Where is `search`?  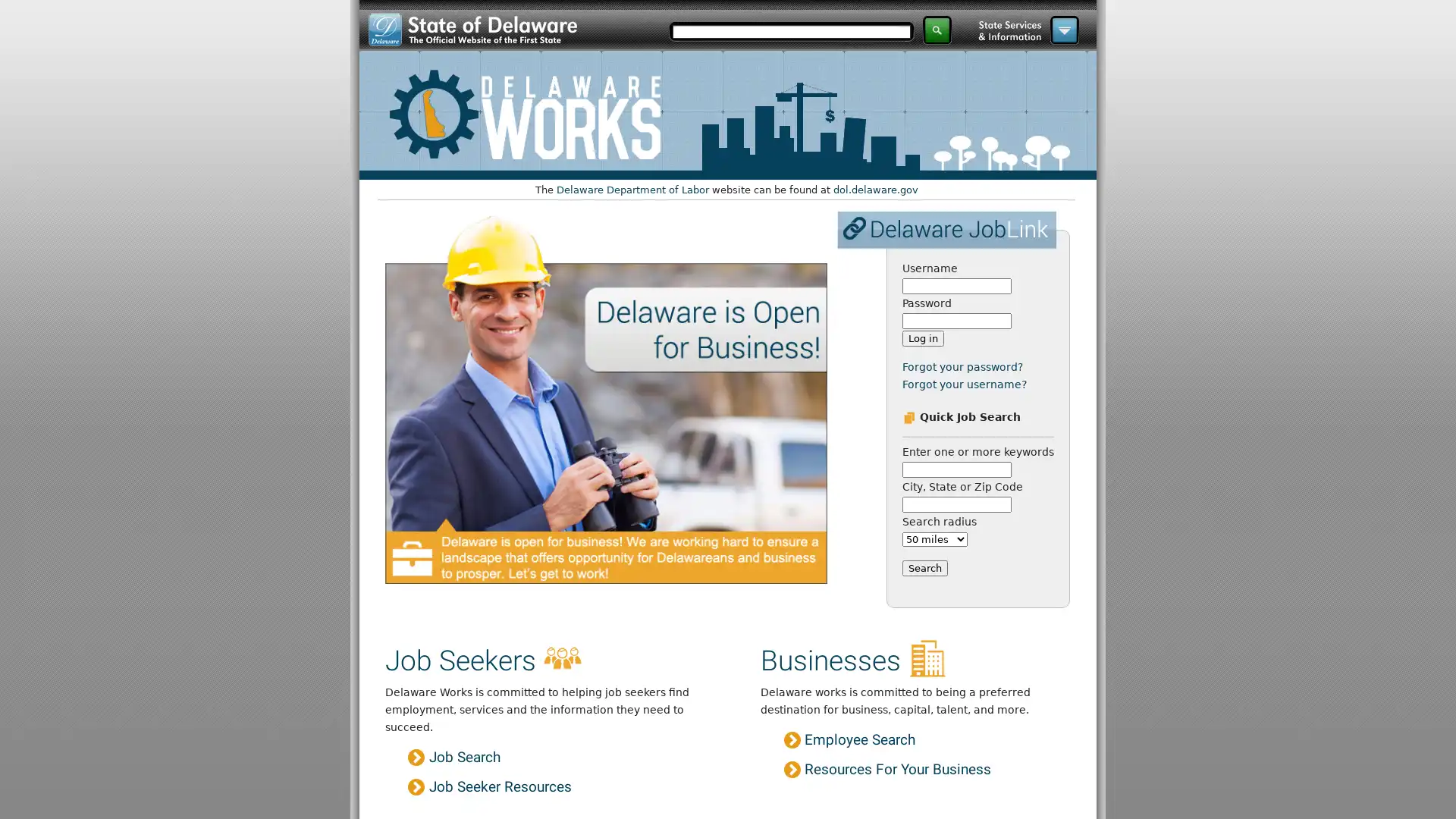 search is located at coordinates (937, 30).